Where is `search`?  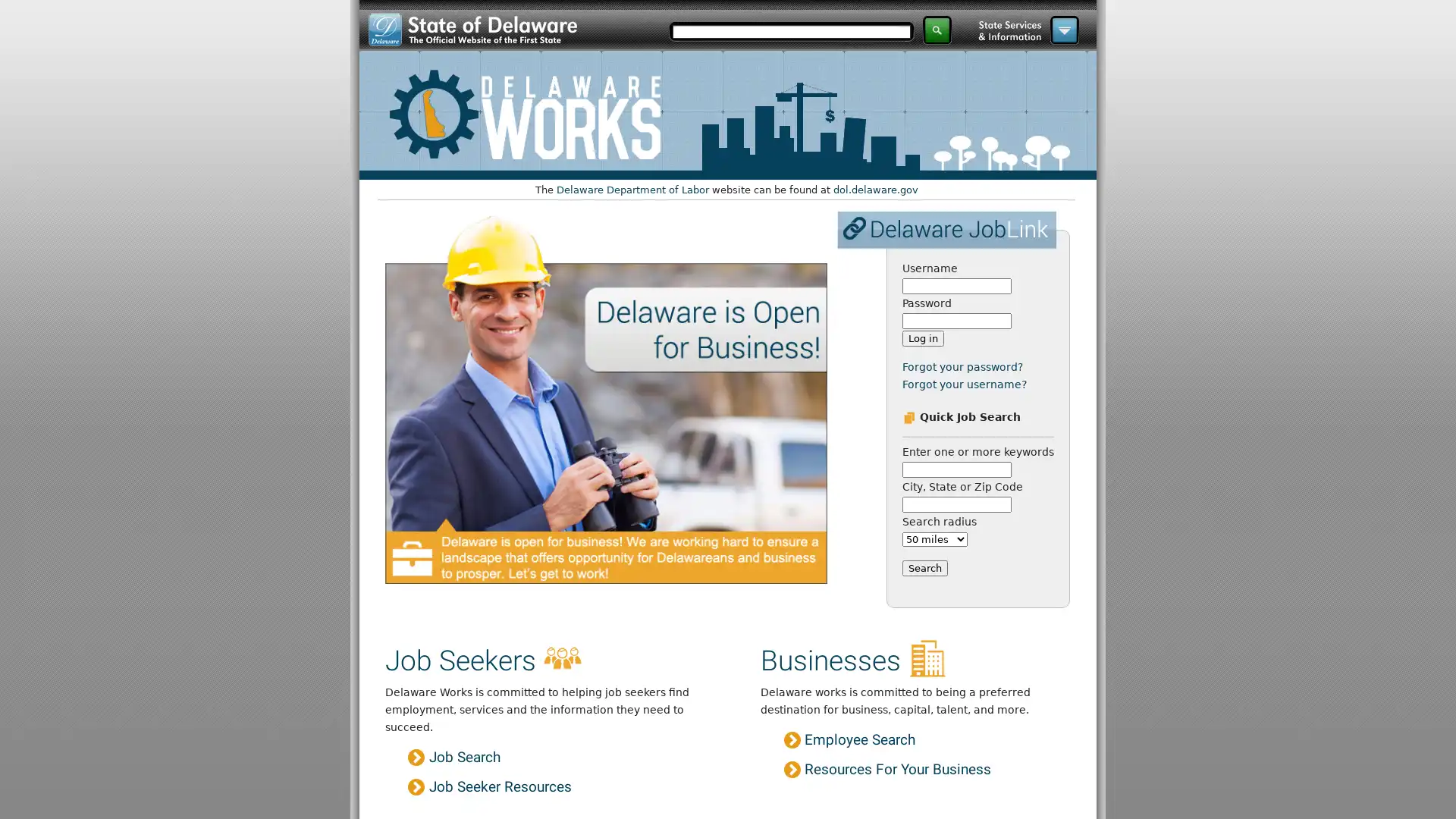 search is located at coordinates (937, 30).